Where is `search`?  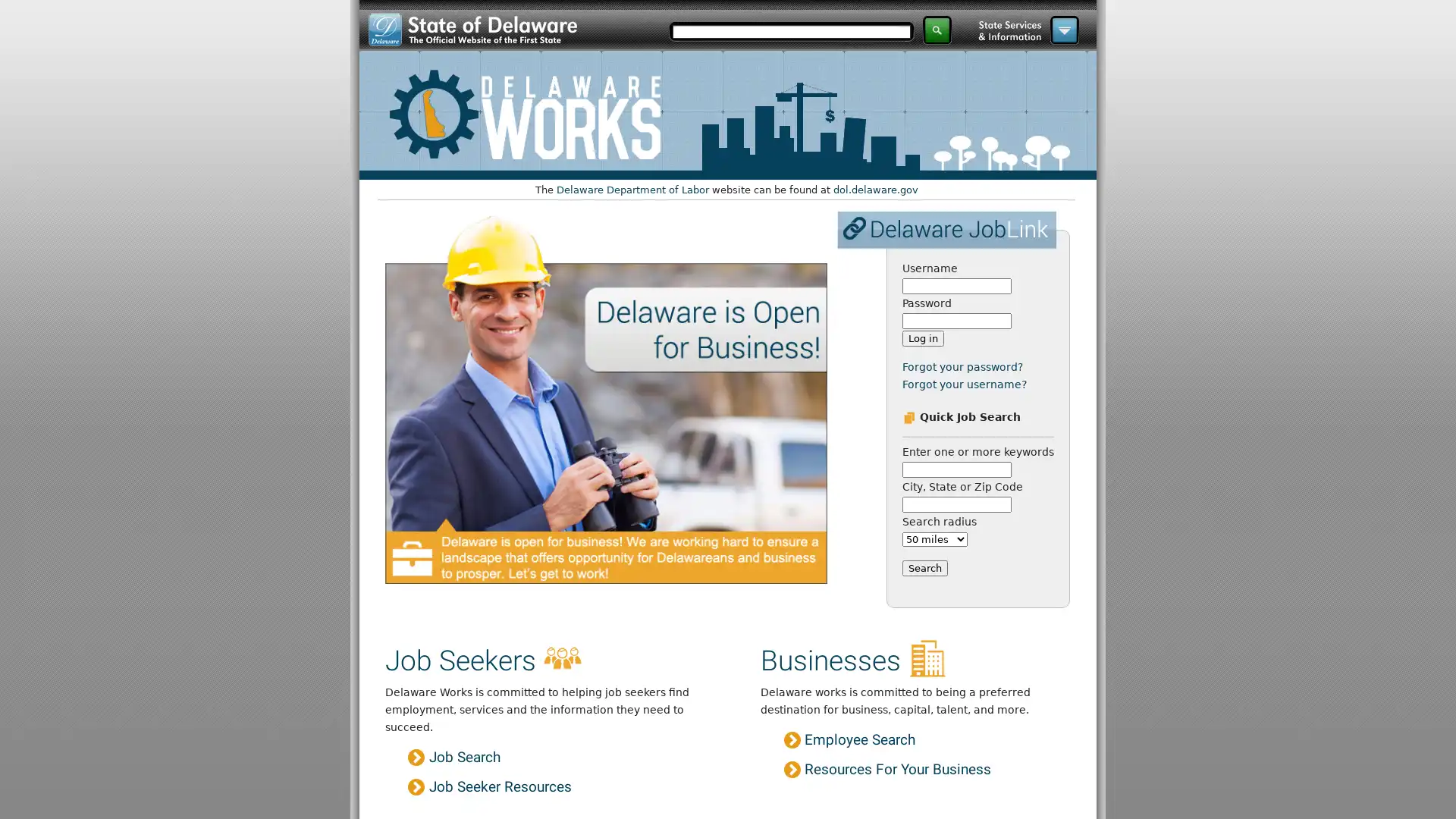 search is located at coordinates (937, 30).